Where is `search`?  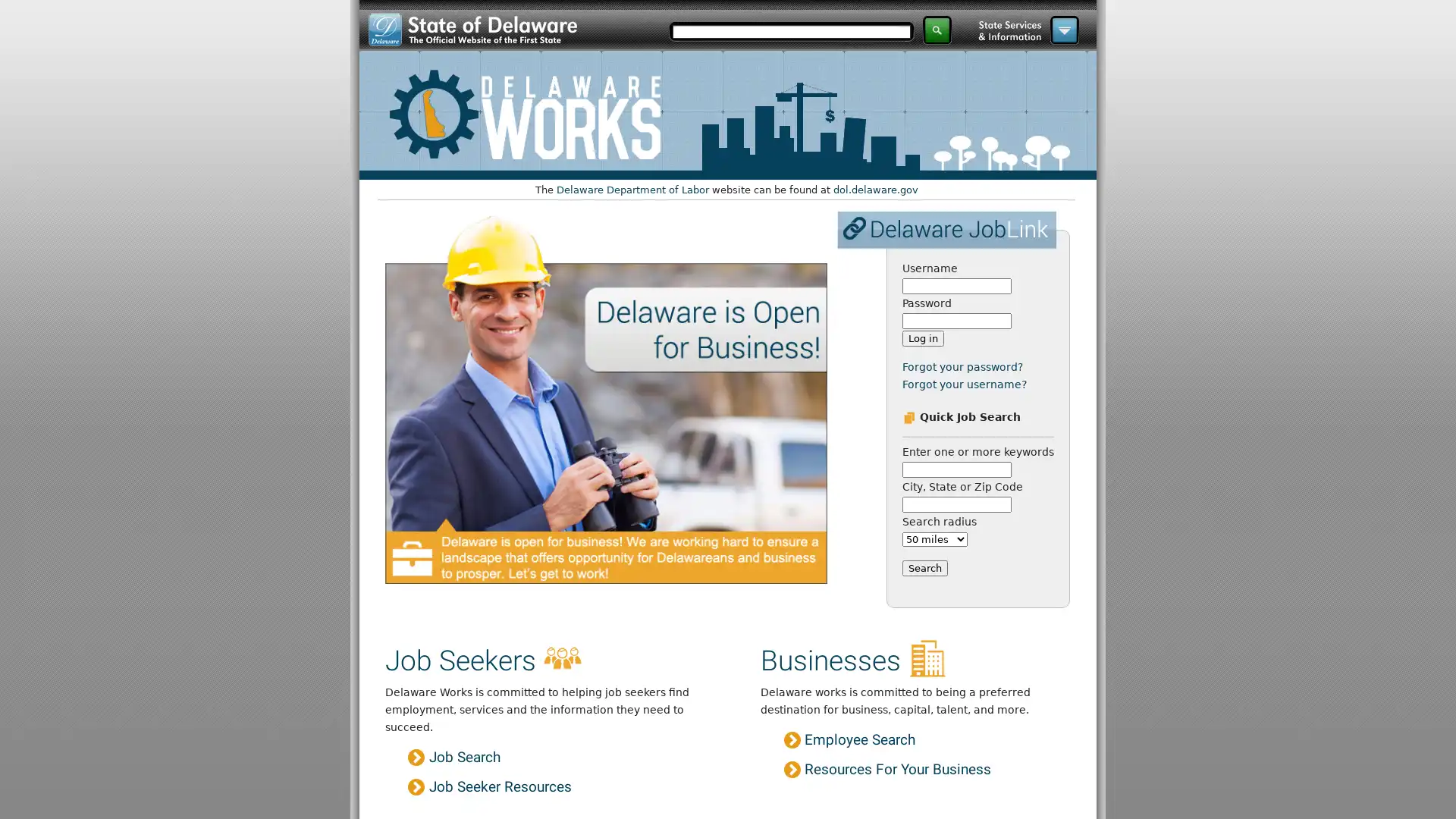 search is located at coordinates (937, 30).